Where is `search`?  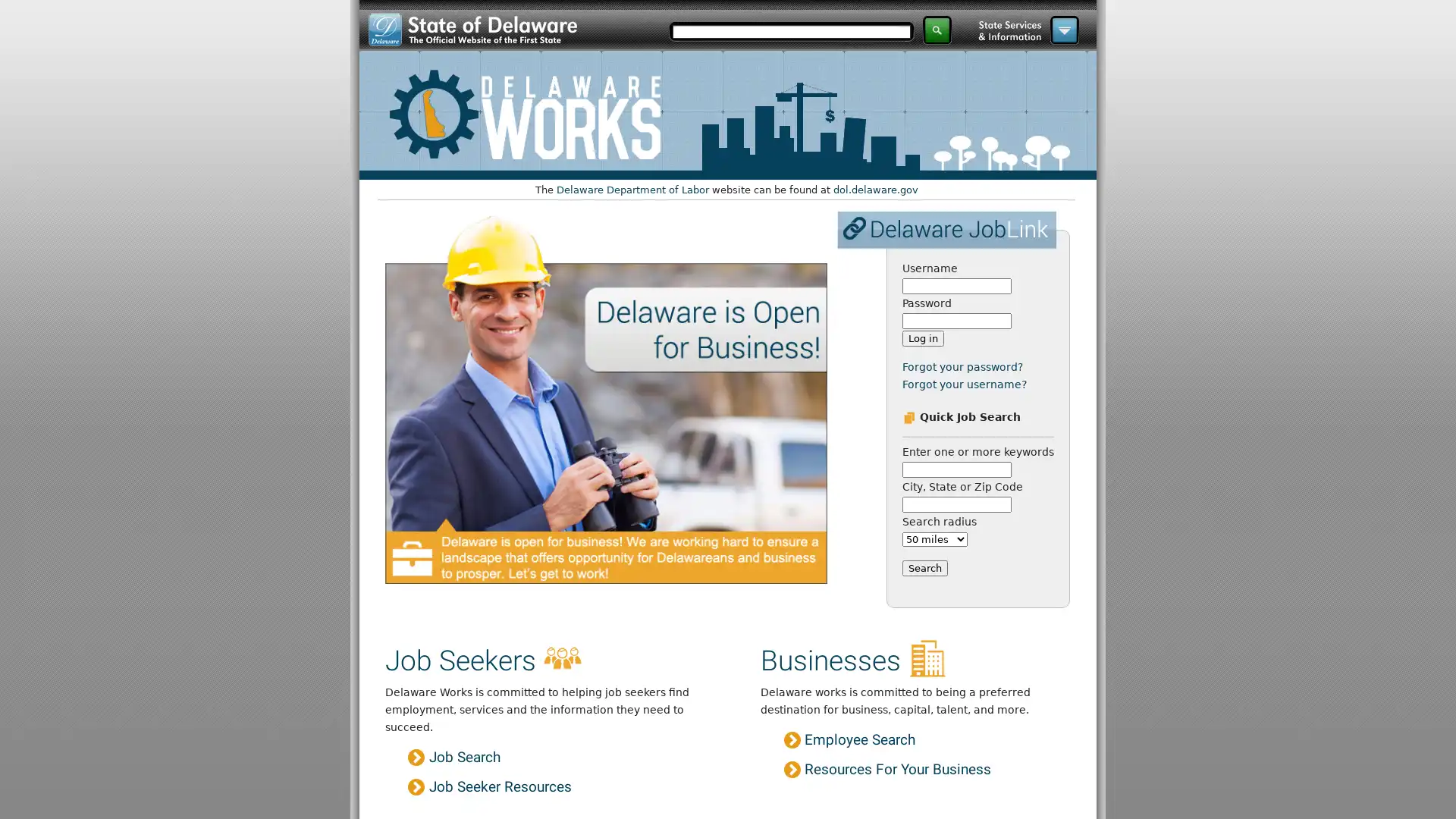 search is located at coordinates (937, 30).